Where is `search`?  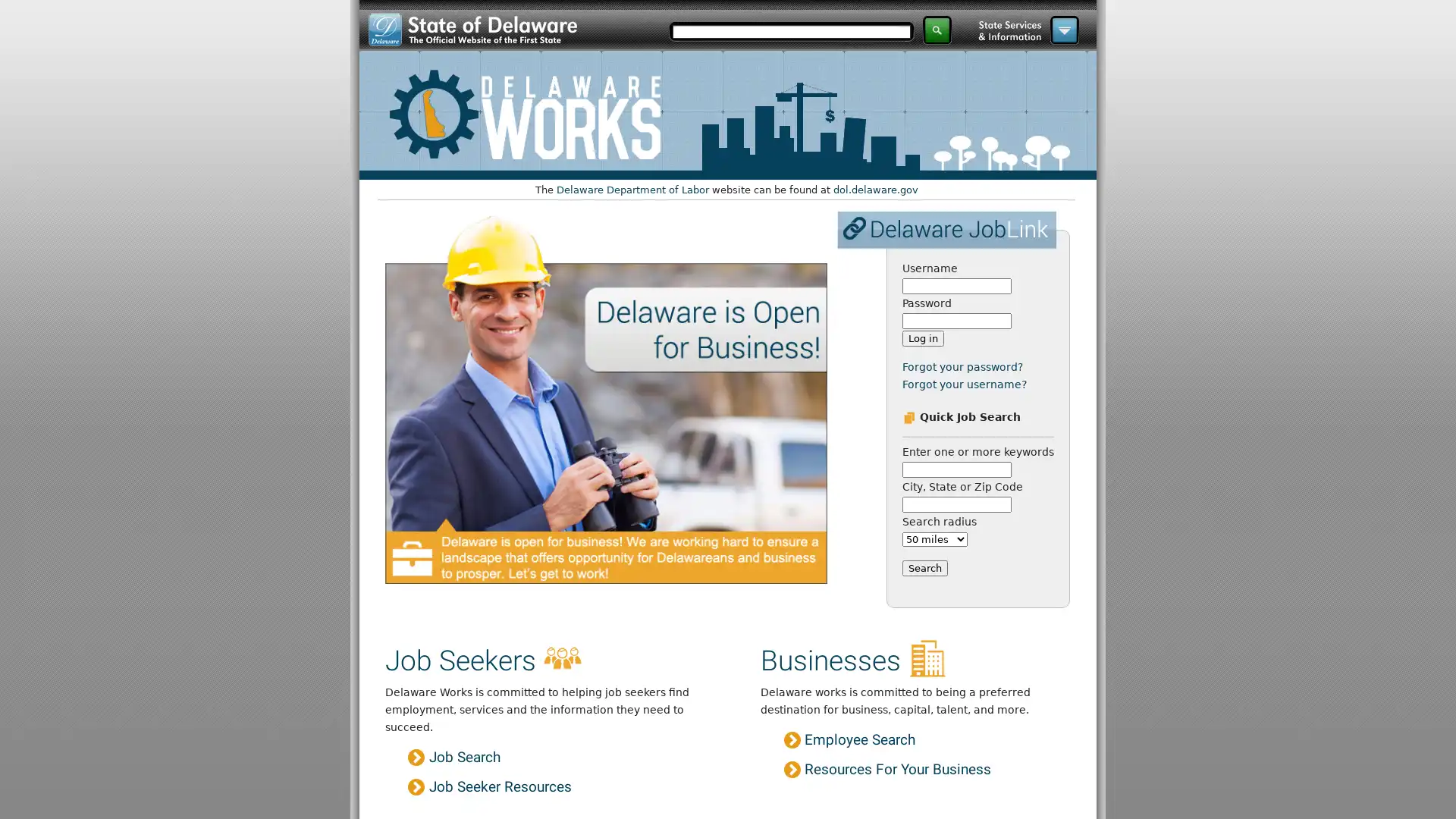 search is located at coordinates (937, 30).